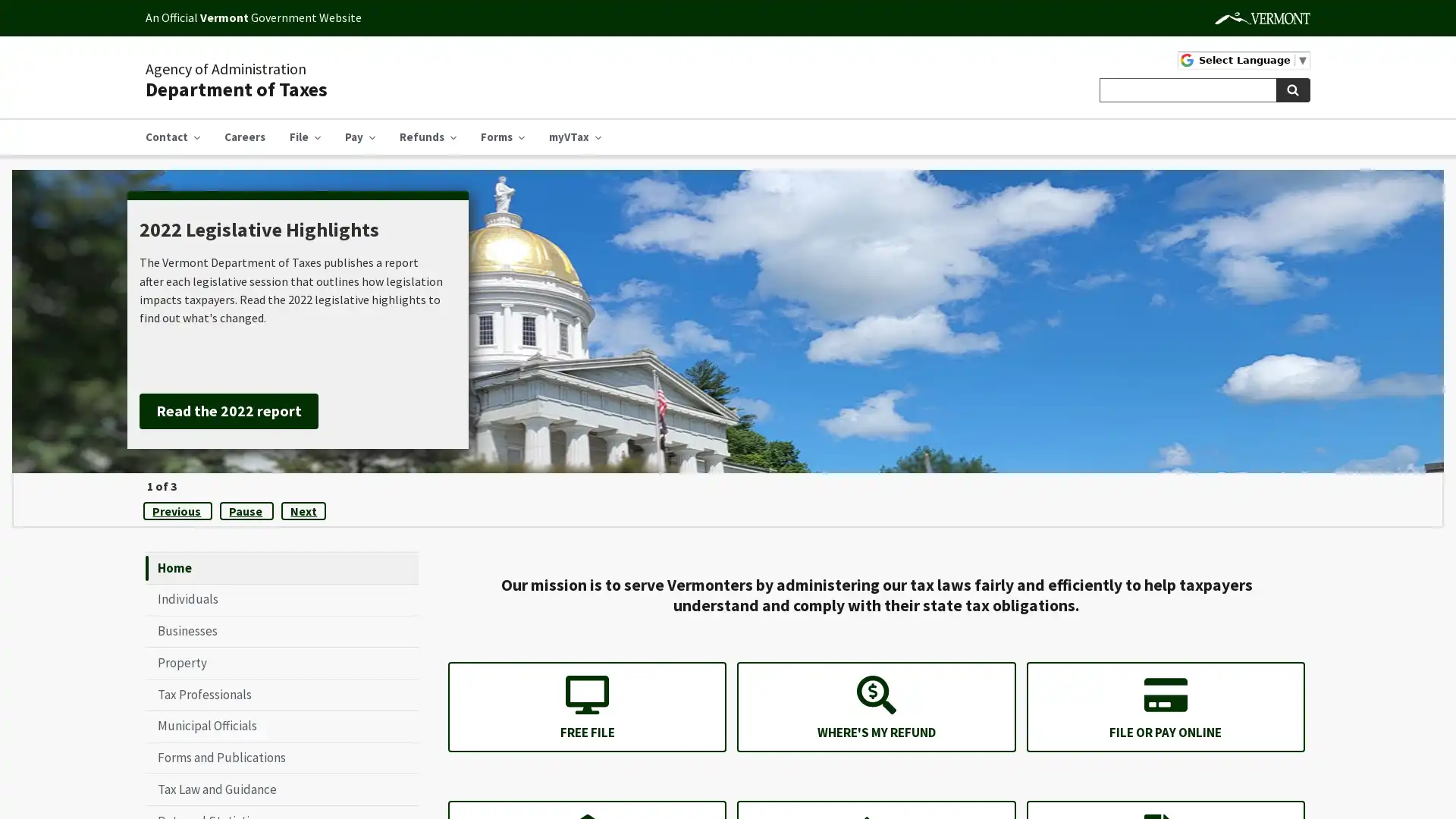 Image resolution: width=1456 pixels, height=819 pixels. What do you see at coordinates (574, 137) in the screenshot?
I see `myVTax` at bounding box center [574, 137].